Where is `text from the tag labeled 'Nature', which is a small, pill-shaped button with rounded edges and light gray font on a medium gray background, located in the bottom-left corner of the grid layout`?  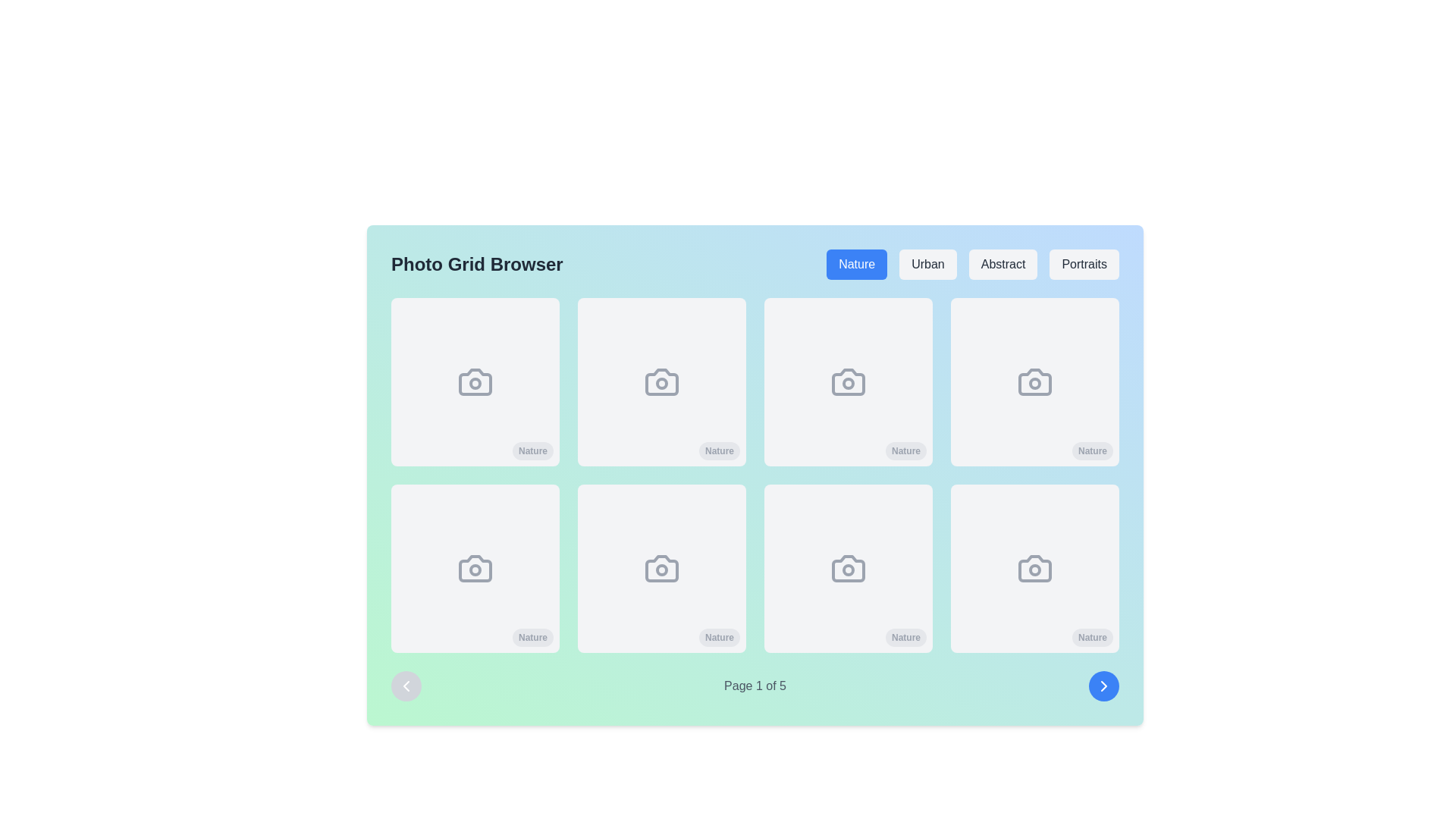
text from the tag labeled 'Nature', which is a small, pill-shaped button with rounded edges and light gray font on a medium gray background, located in the bottom-left corner of the grid layout is located at coordinates (532, 637).